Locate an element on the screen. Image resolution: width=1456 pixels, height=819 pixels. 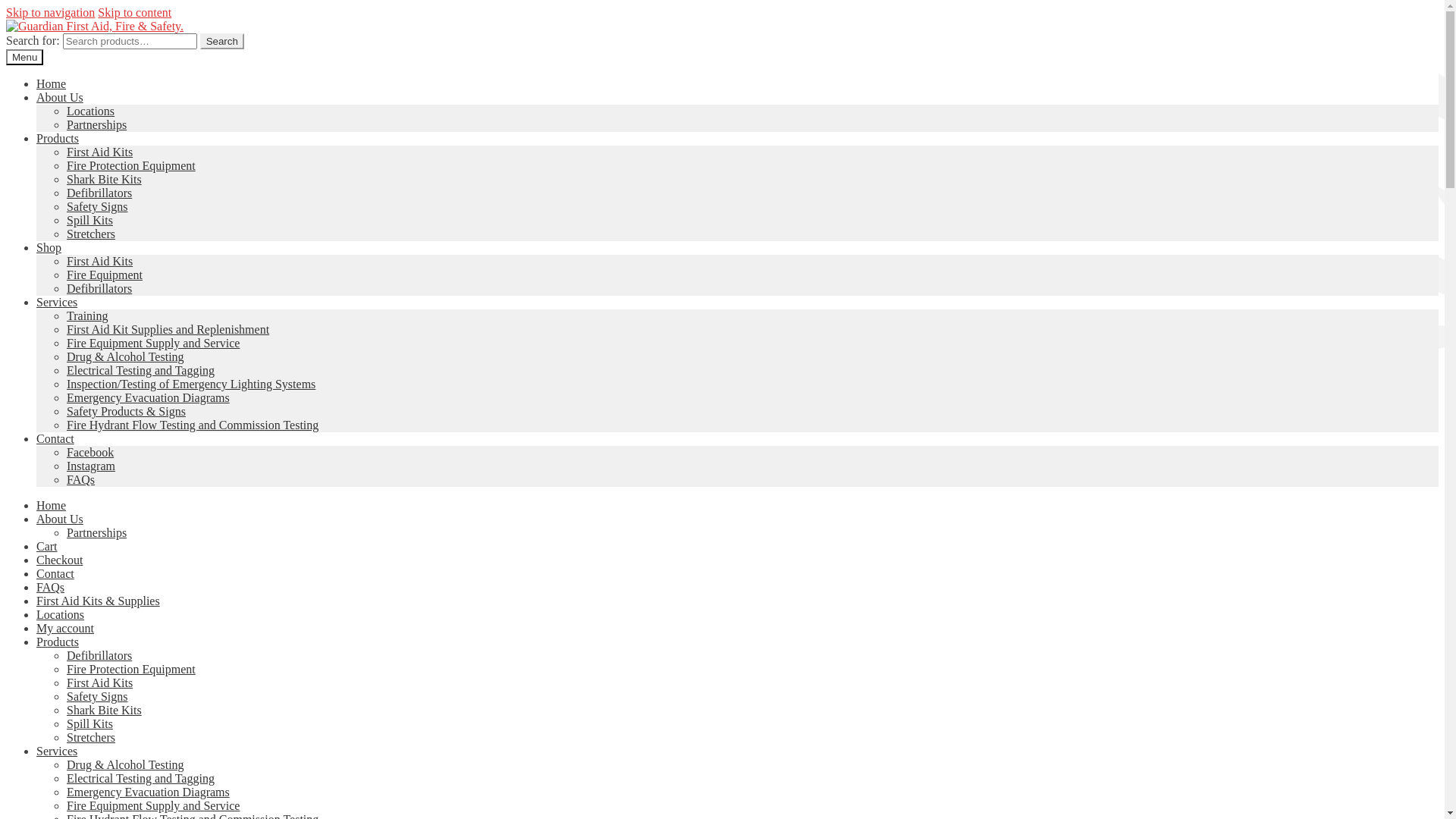
'Products' is located at coordinates (36, 642).